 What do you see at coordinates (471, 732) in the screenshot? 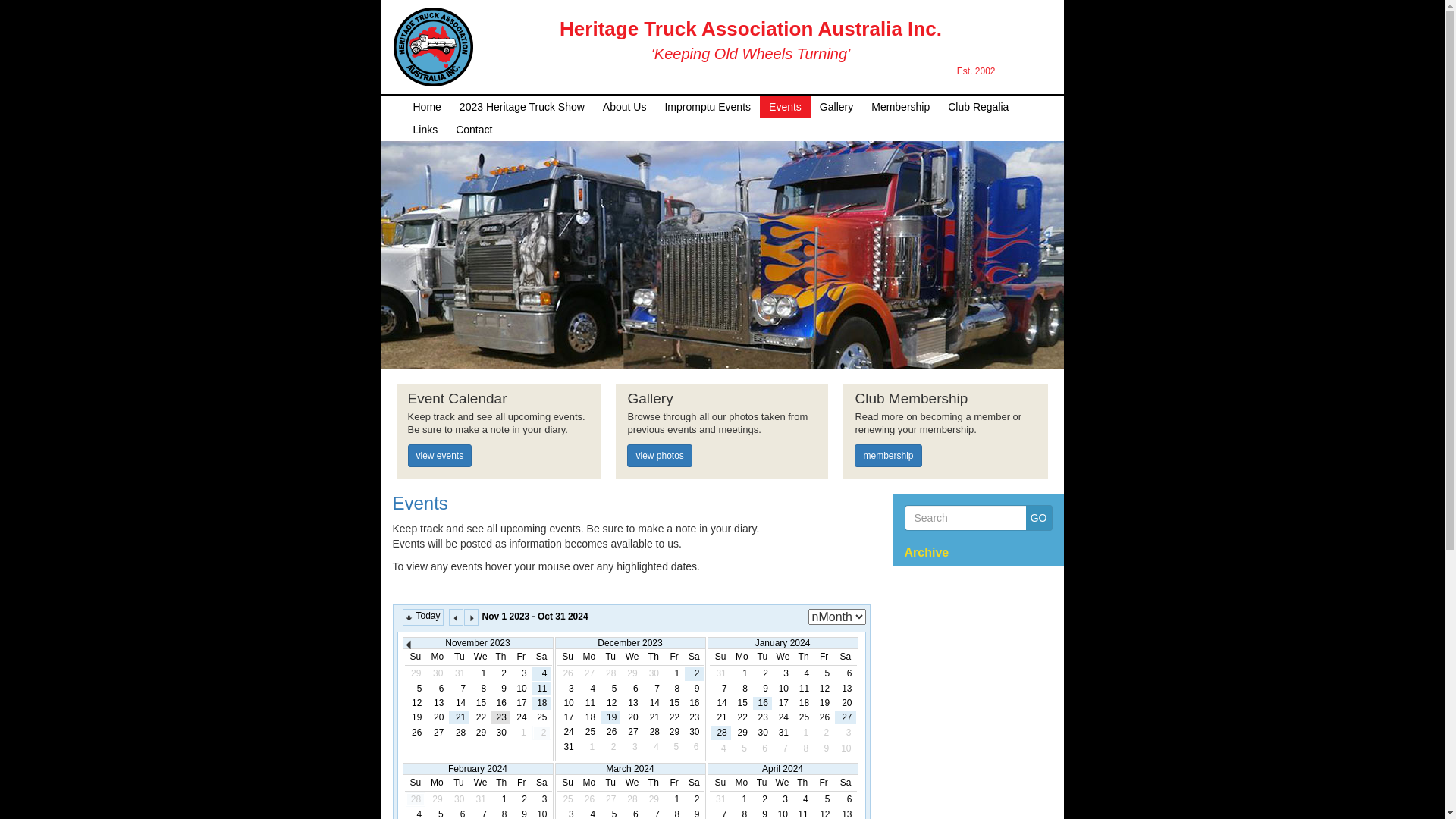
I see `'29'` at bounding box center [471, 732].